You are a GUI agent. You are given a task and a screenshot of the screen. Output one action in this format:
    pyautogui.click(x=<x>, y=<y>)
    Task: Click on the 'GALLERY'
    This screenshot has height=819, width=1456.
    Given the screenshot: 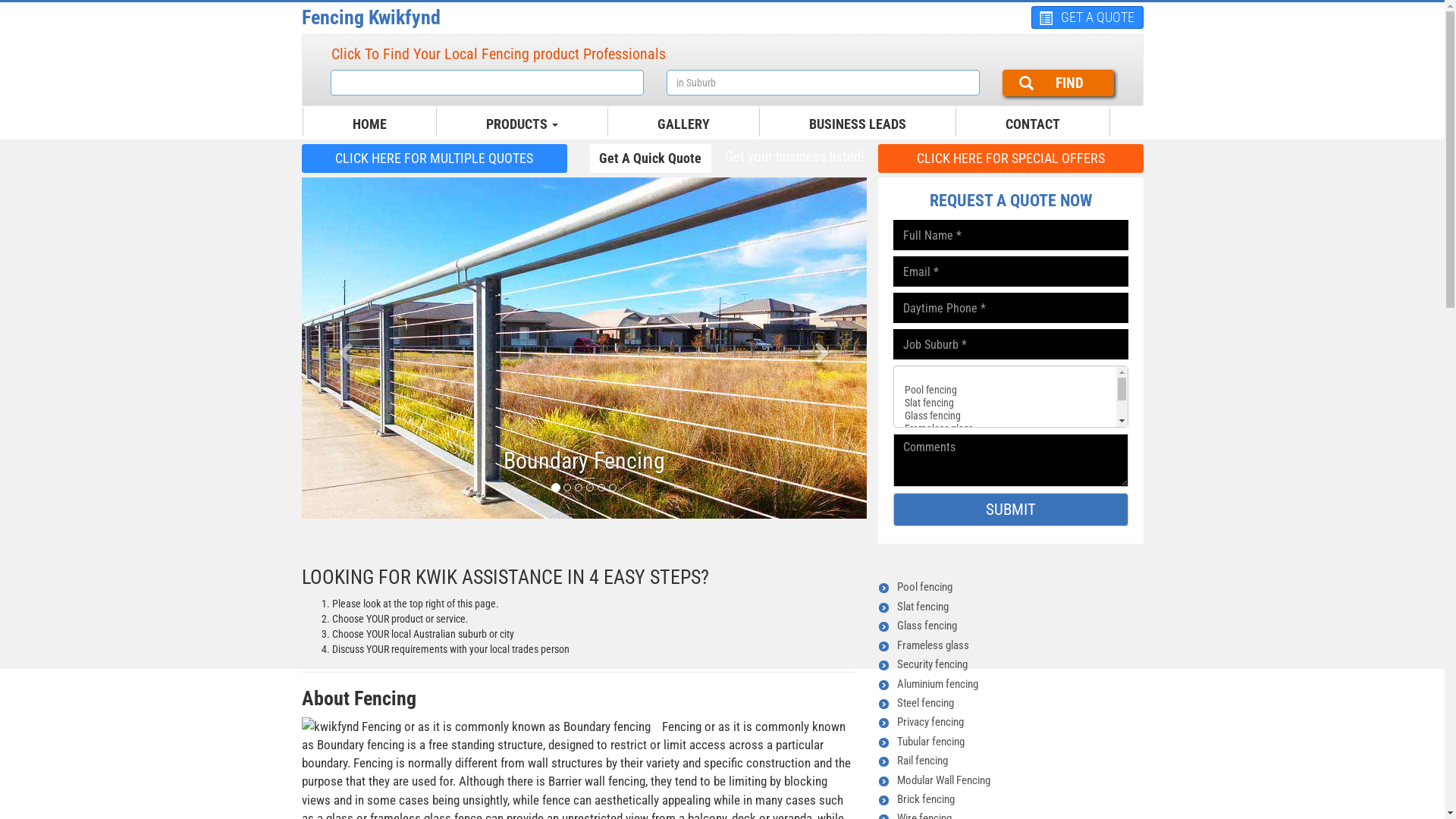 What is the action you would take?
    pyautogui.click(x=682, y=124)
    